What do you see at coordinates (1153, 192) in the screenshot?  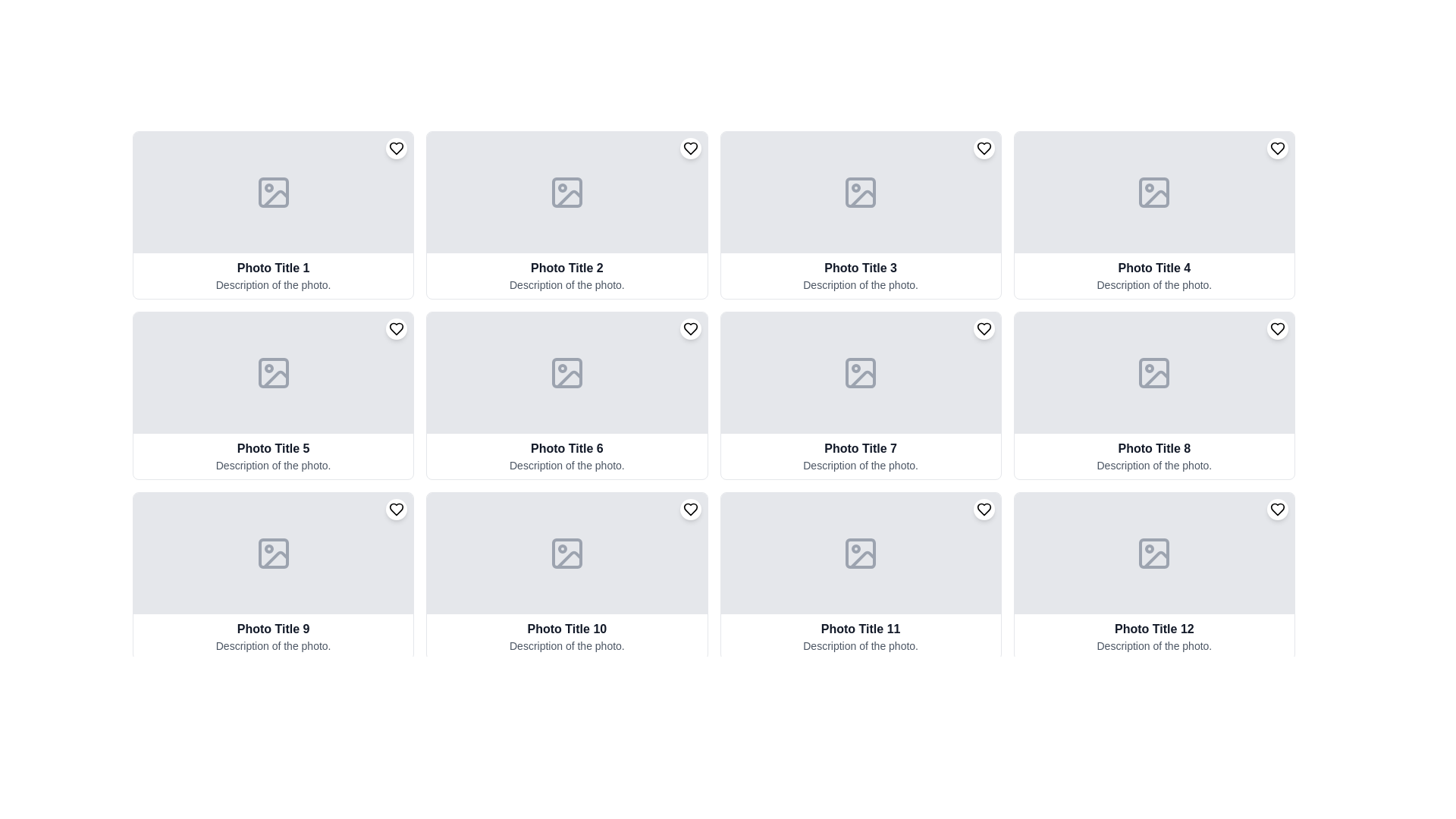 I see `the icon that serves as a placeholder for an image, located within the card labeled as 'Photo Title 4' and 'Description of the photo'` at bounding box center [1153, 192].